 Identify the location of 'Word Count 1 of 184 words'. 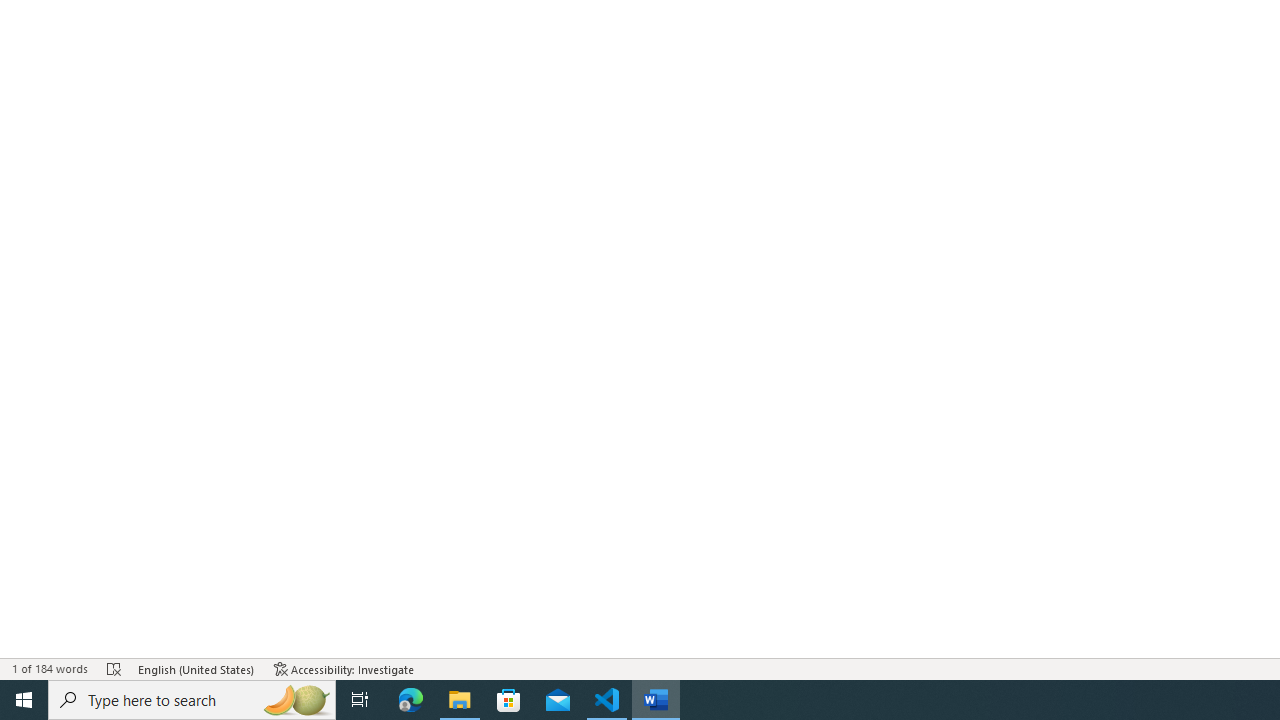
(49, 669).